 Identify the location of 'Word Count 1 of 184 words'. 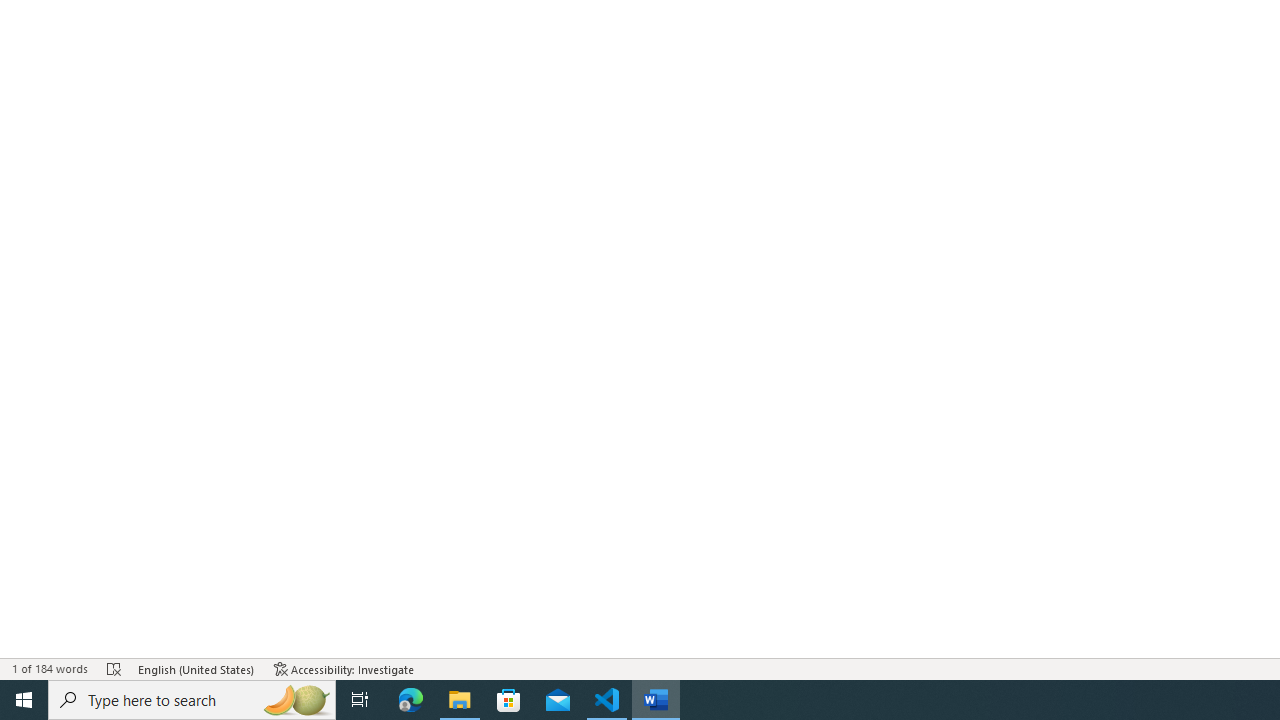
(49, 669).